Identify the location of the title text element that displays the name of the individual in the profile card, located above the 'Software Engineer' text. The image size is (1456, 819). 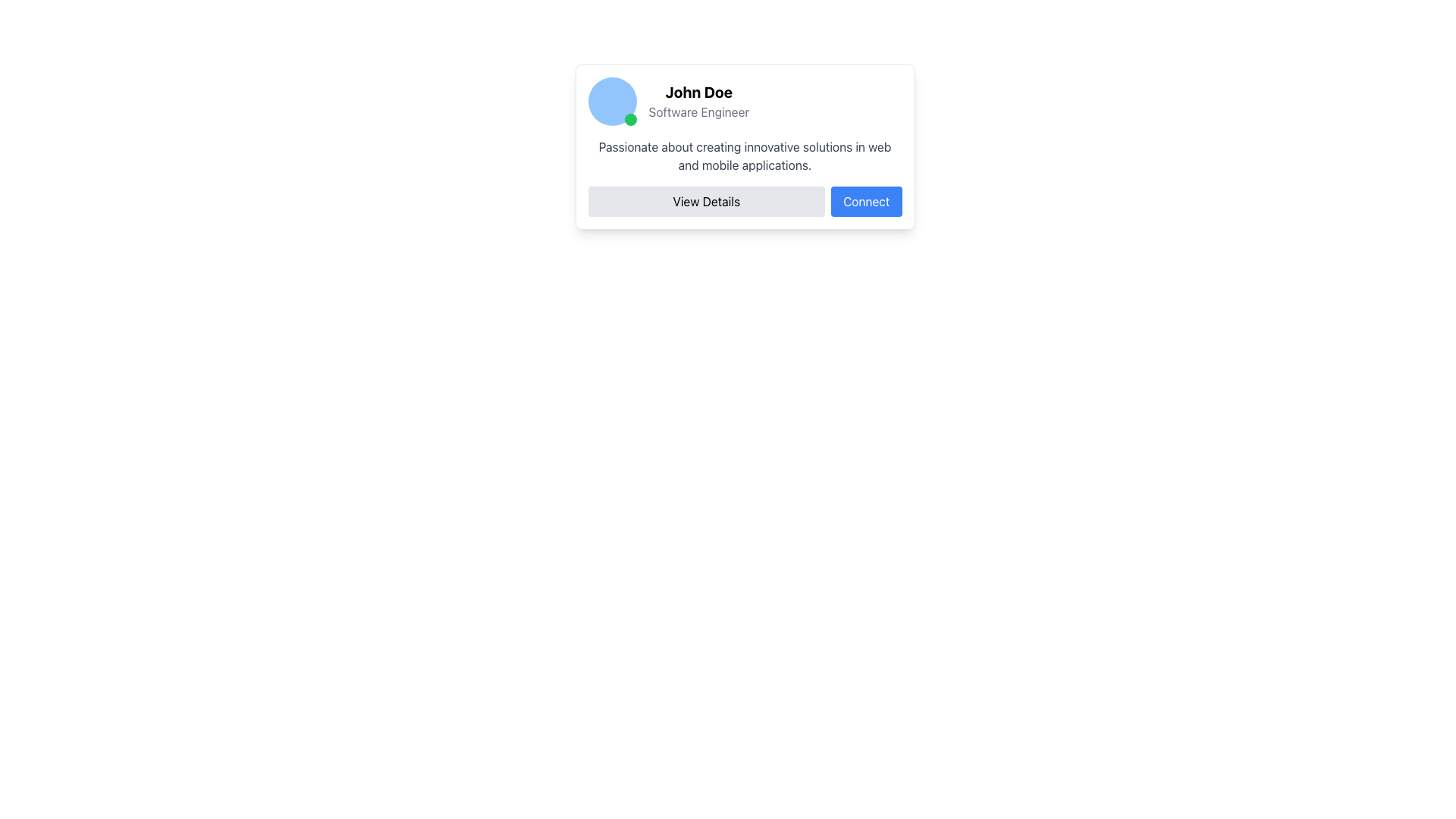
(698, 93).